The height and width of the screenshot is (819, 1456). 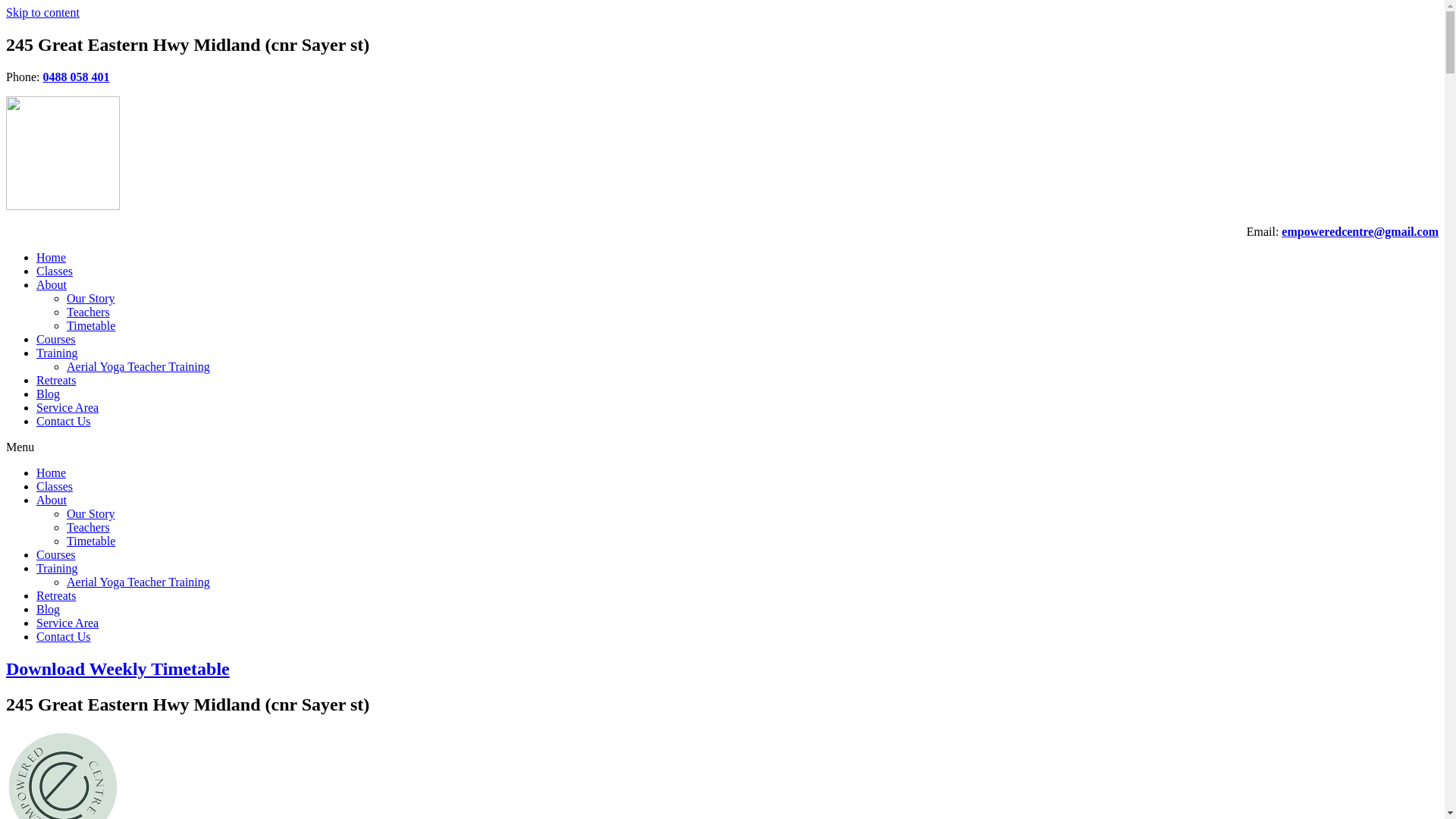 I want to click on '0488 058 401', so click(x=75, y=77).